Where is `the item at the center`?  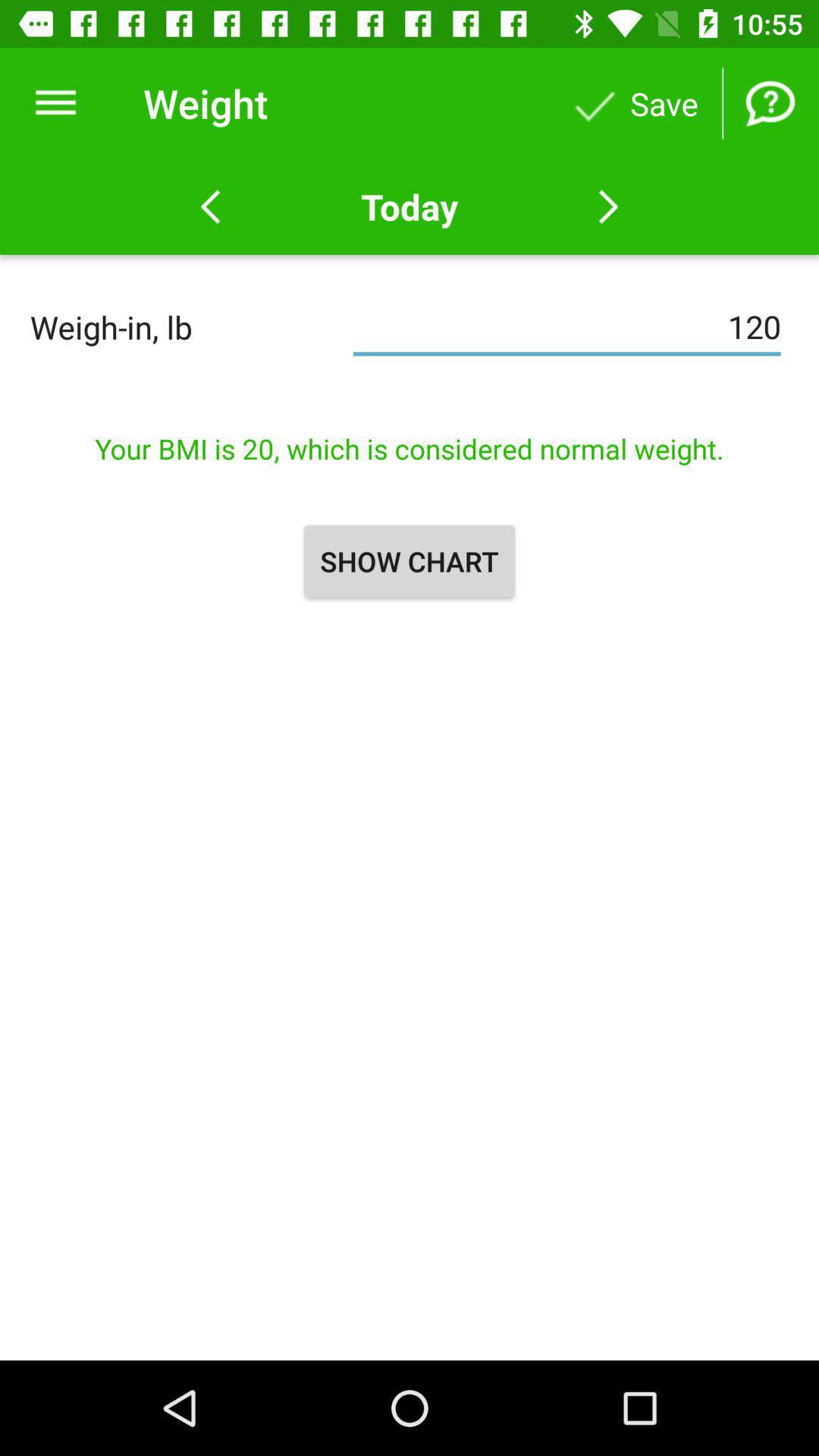
the item at the center is located at coordinates (409, 560).